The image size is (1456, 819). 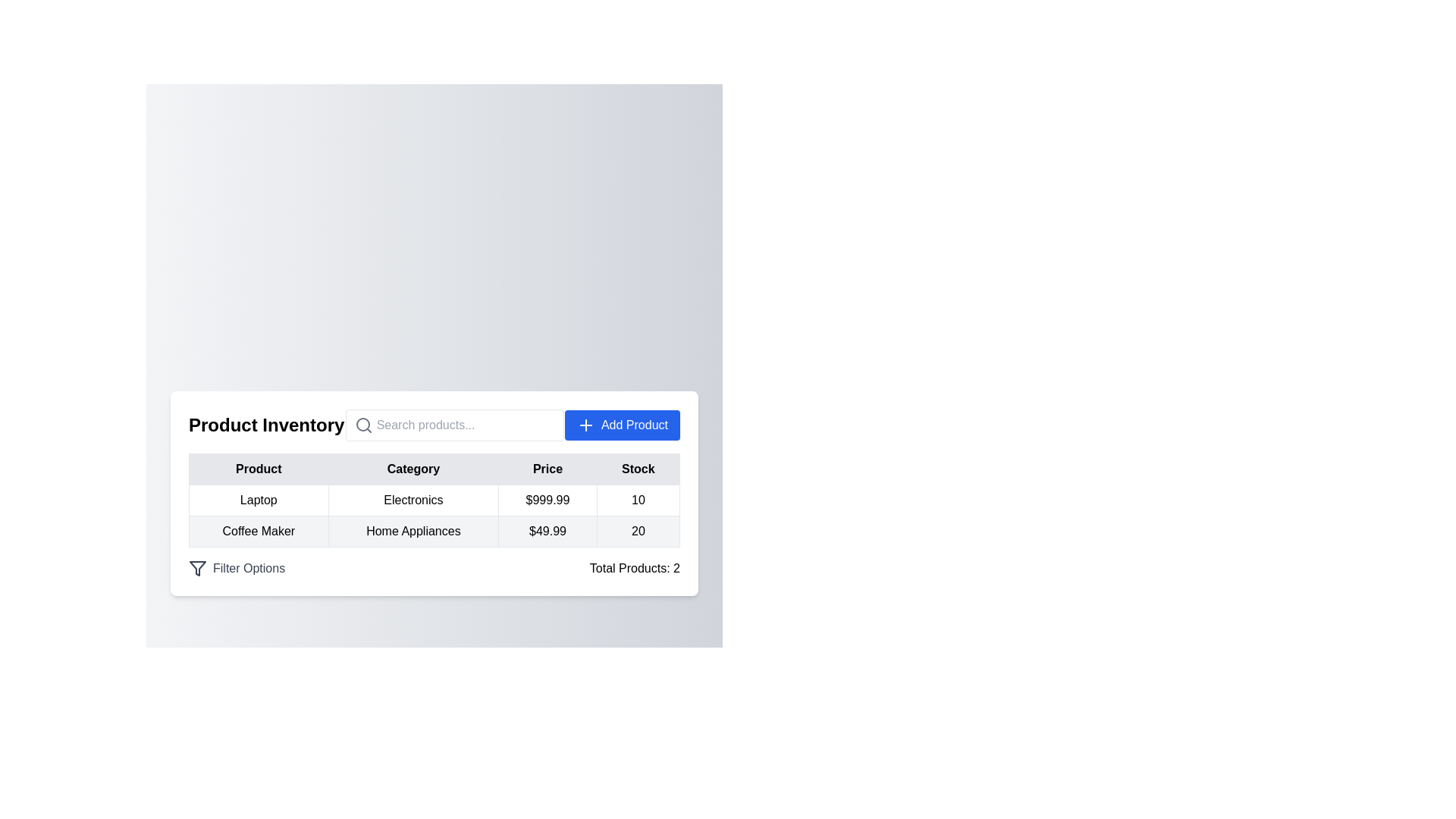 I want to click on the second cell in the second row of the 'Product Inventory' table, so click(x=433, y=494).